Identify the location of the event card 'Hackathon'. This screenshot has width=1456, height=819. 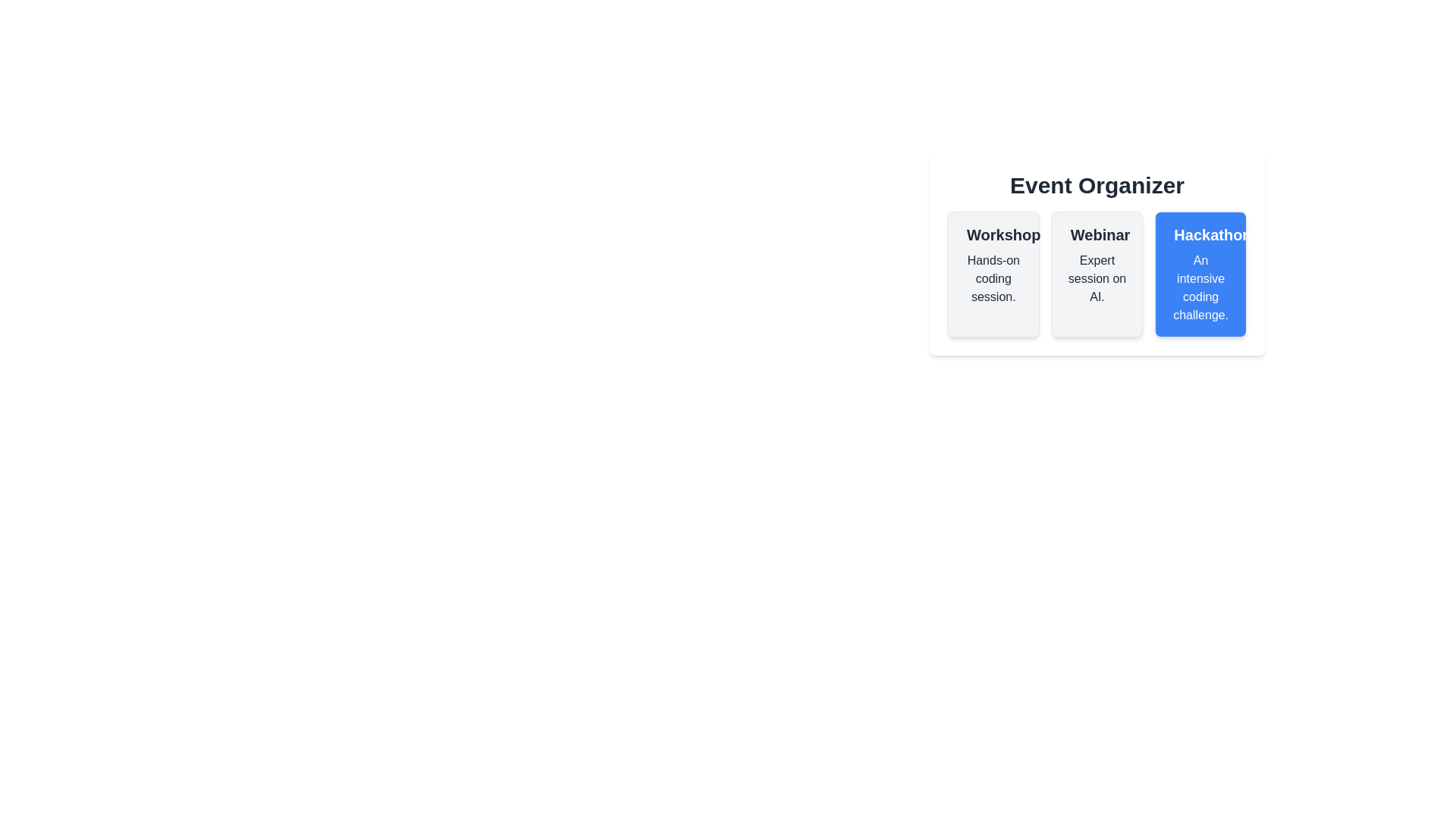
(1200, 275).